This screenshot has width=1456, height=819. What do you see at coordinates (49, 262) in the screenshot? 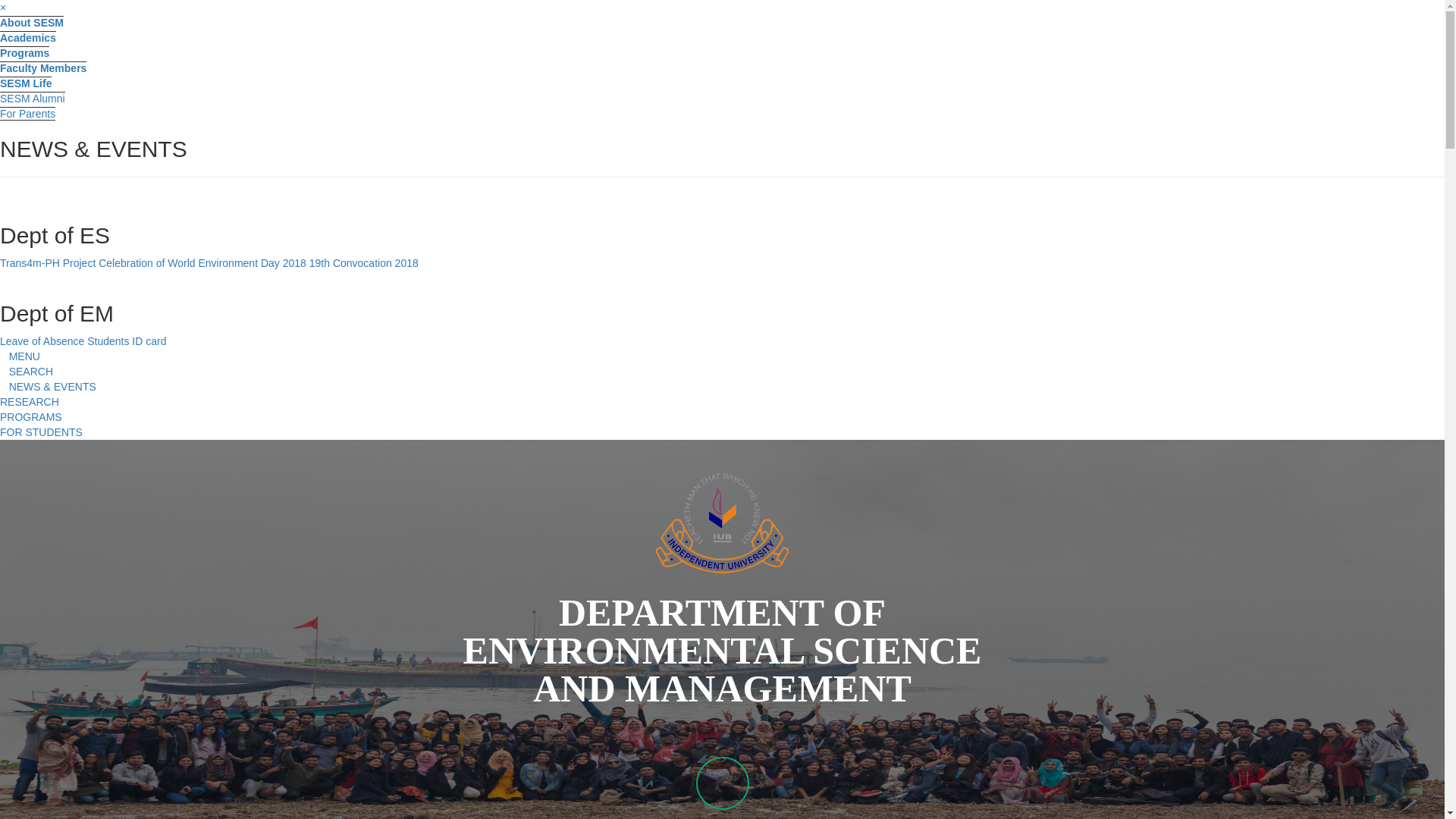
I see `'Trans4m-PH Project'` at bounding box center [49, 262].